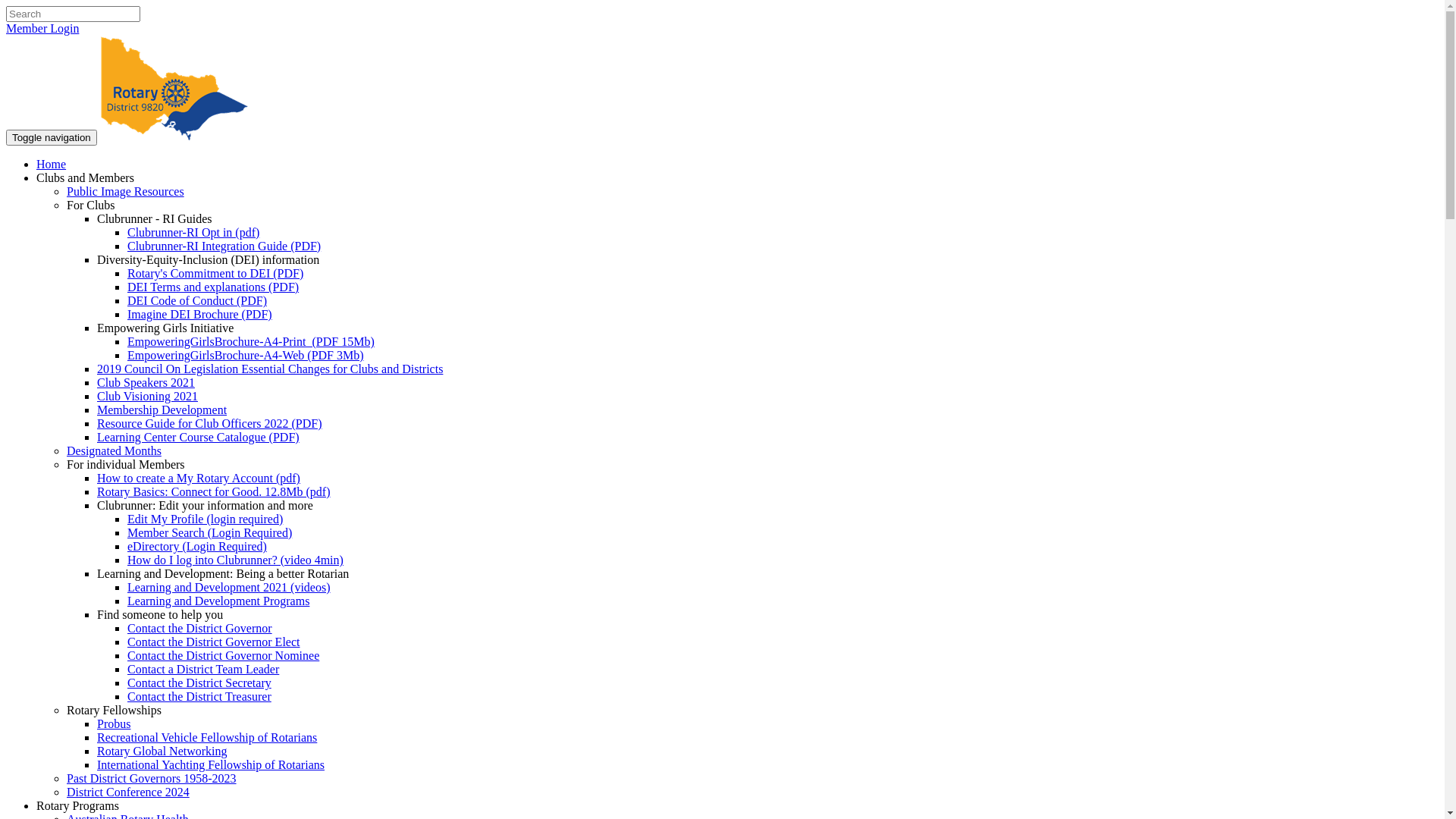  I want to click on 'How to create a My Rotary Account (pdf)', so click(198, 478).